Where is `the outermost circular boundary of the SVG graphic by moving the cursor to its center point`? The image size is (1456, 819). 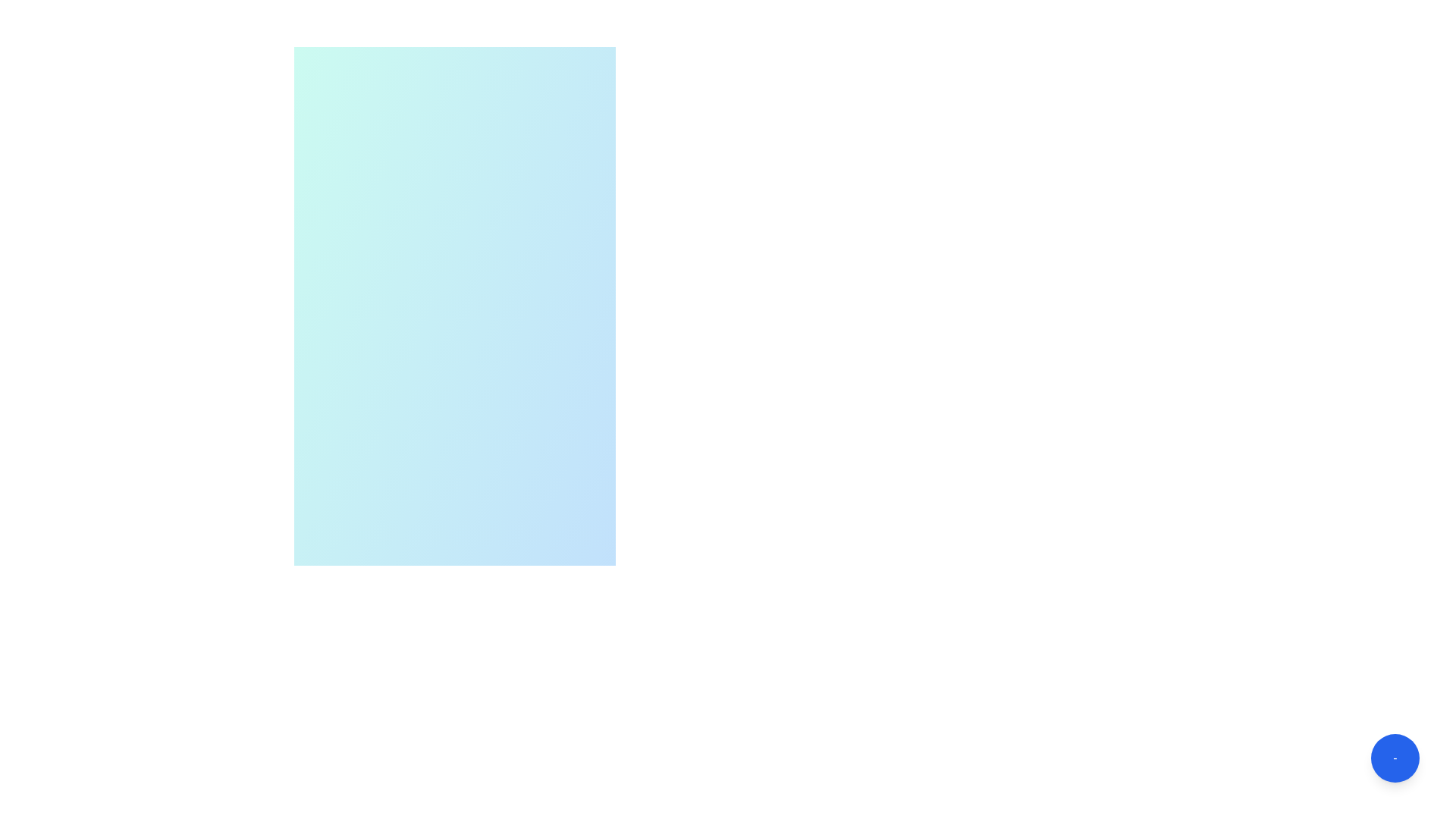
the outermost circular boundary of the SVG graphic by moving the cursor to its center point is located at coordinates (445, 659).